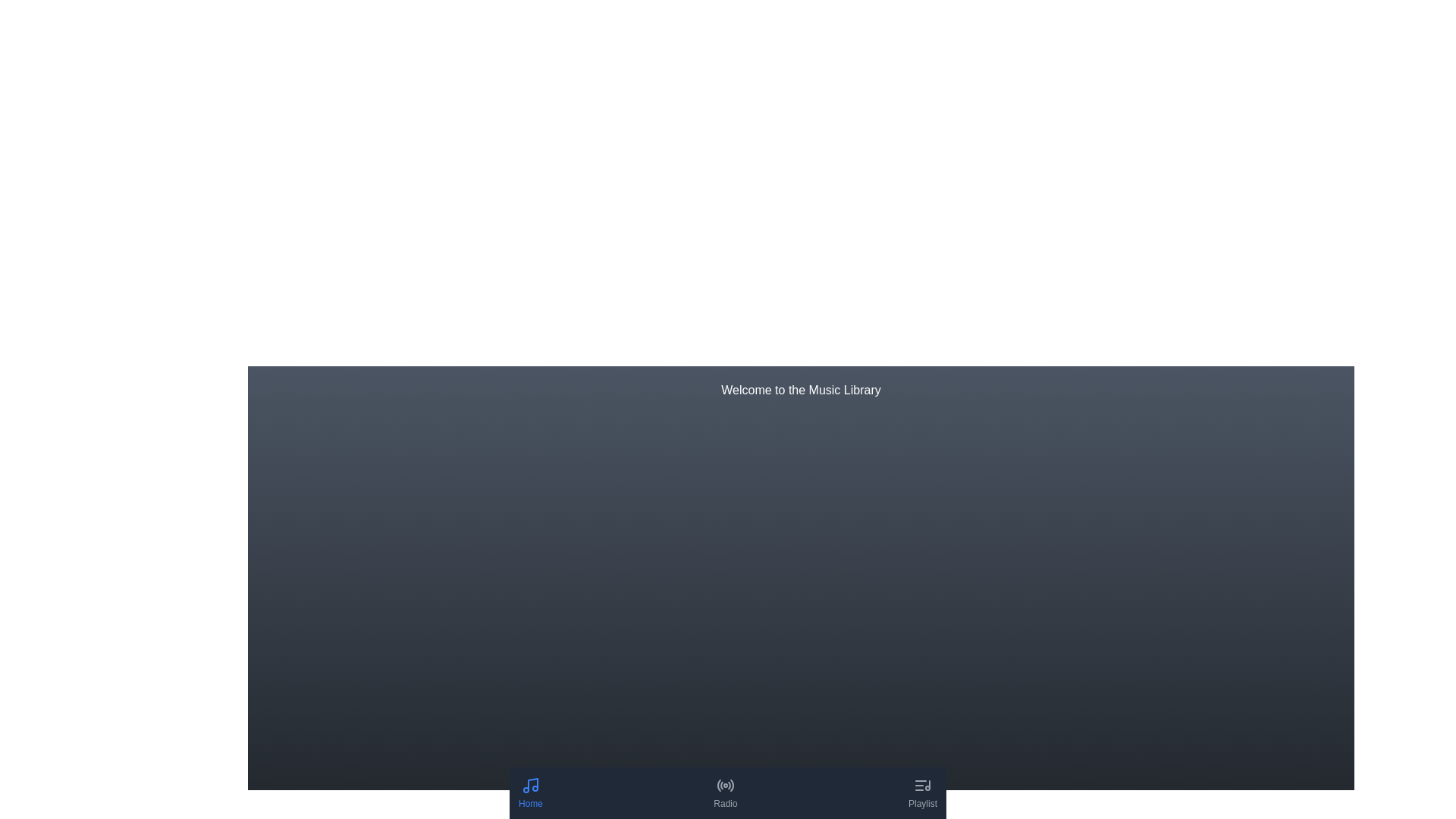 The height and width of the screenshot is (819, 1456). I want to click on the 'Home' text label located in the bottom navigation bar under the musical note icon, so click(531, 803).